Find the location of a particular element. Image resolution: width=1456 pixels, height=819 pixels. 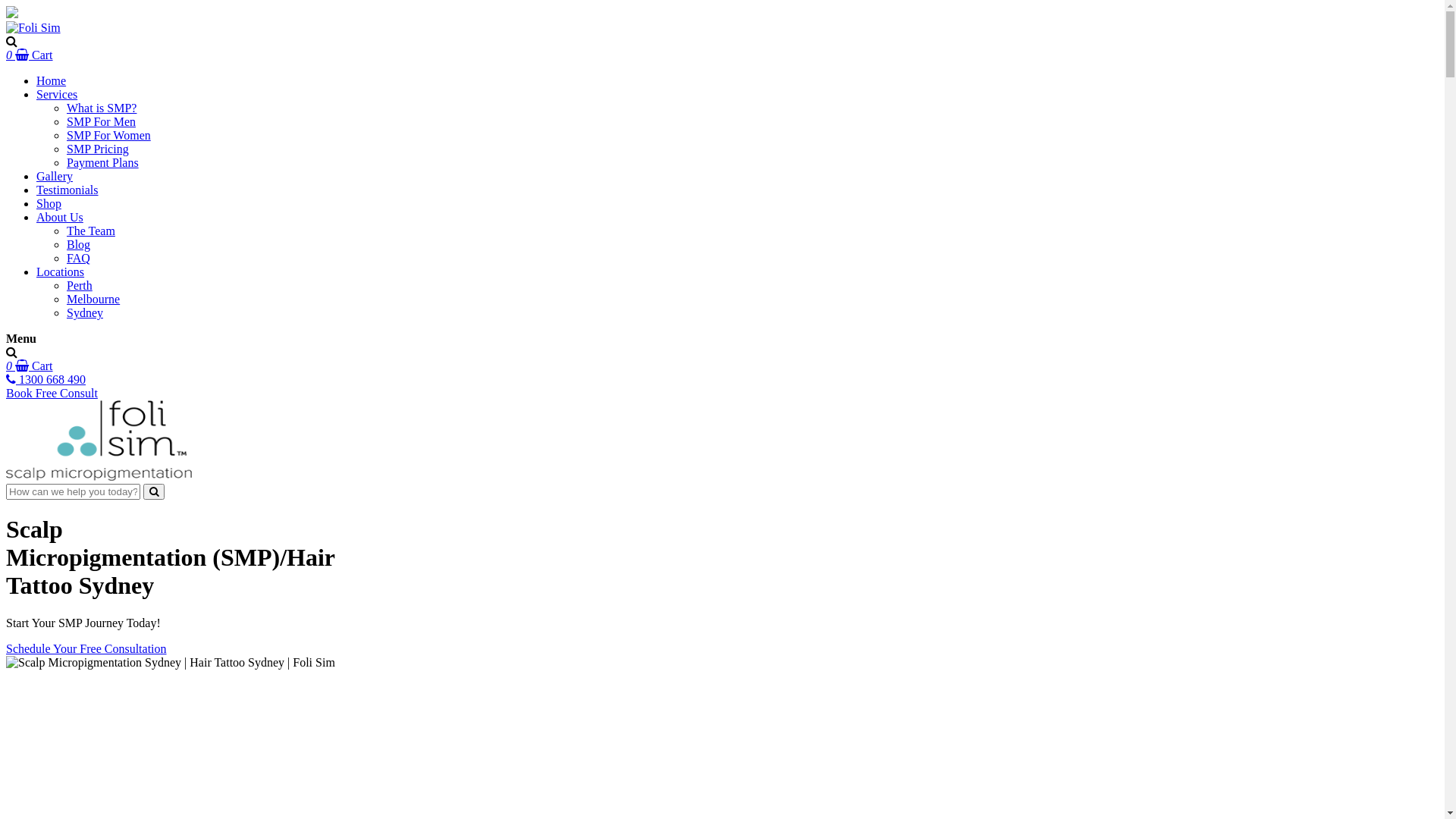

'FAQ' is located at coordinates (77, 257).